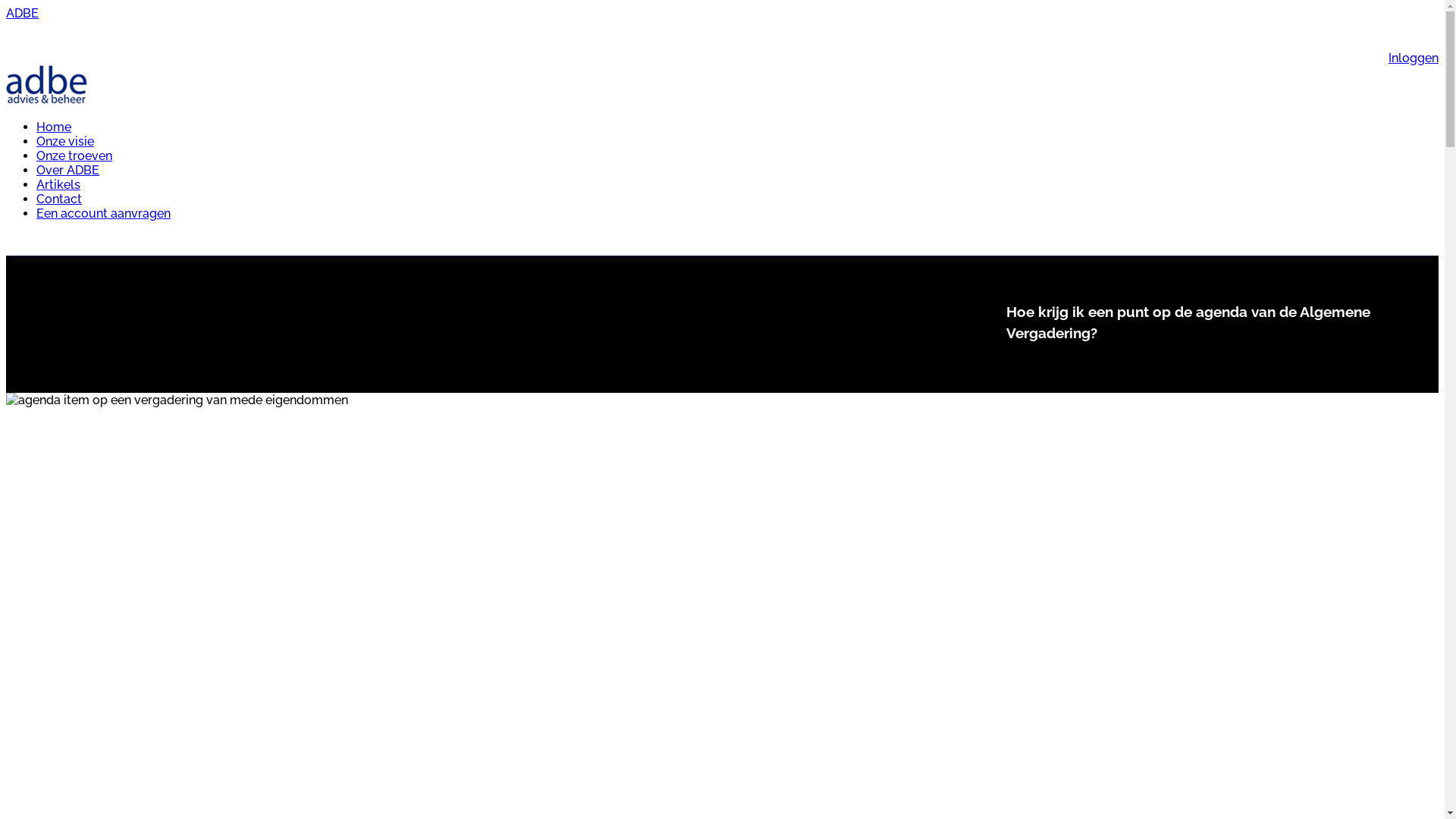 This screenshot has height=819, width=1456. What do you see at coordinates (54, 126) in the screenshot?
I see `'Home'` at bounding box center [54, 126].